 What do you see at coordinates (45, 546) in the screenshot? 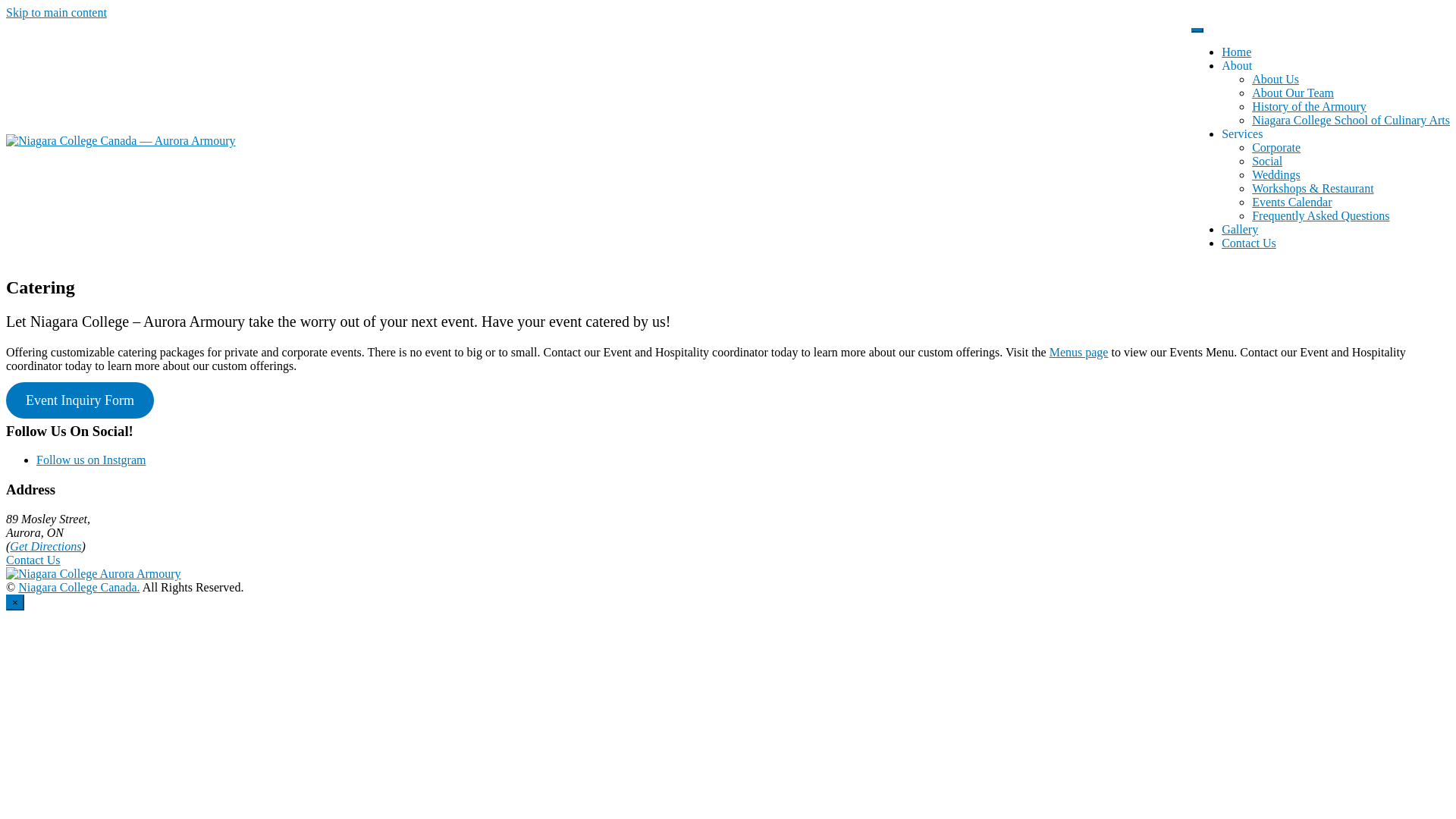
I see `'Get Directions'` at bounding box center [45, 546].